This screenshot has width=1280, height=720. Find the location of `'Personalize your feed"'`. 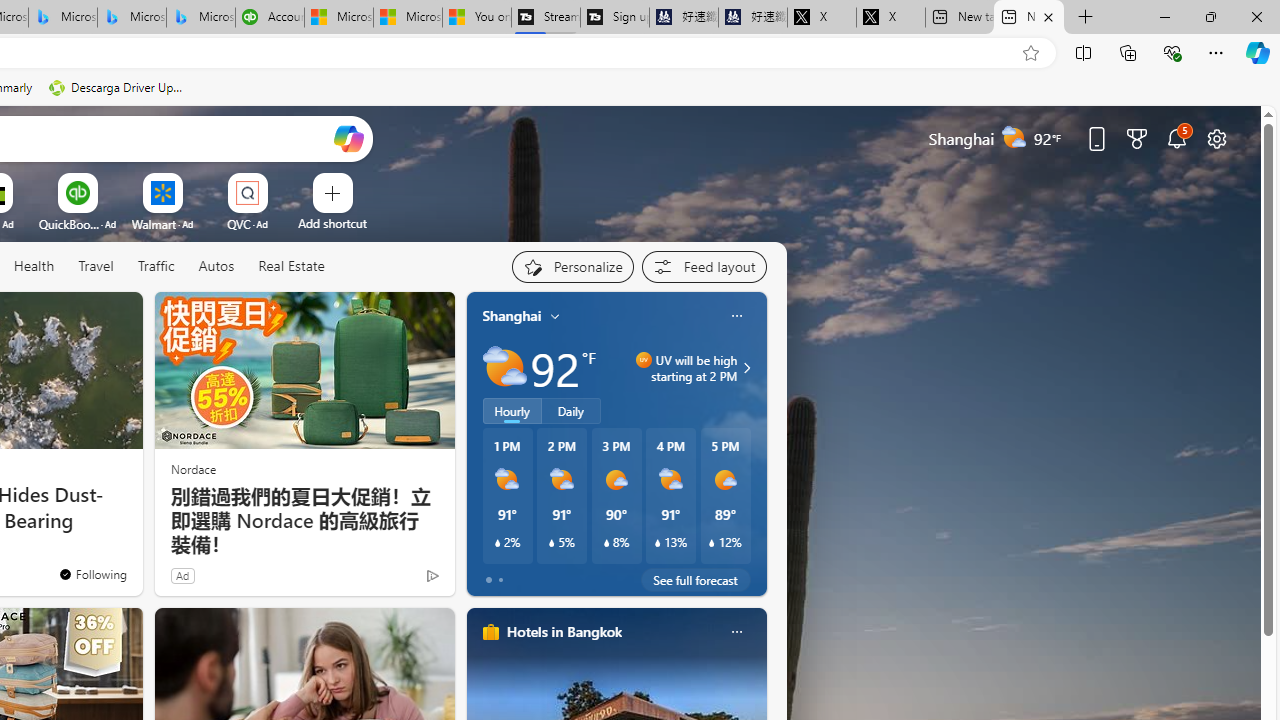

'Personalize your feed"' is located at coordinates (571, 266).